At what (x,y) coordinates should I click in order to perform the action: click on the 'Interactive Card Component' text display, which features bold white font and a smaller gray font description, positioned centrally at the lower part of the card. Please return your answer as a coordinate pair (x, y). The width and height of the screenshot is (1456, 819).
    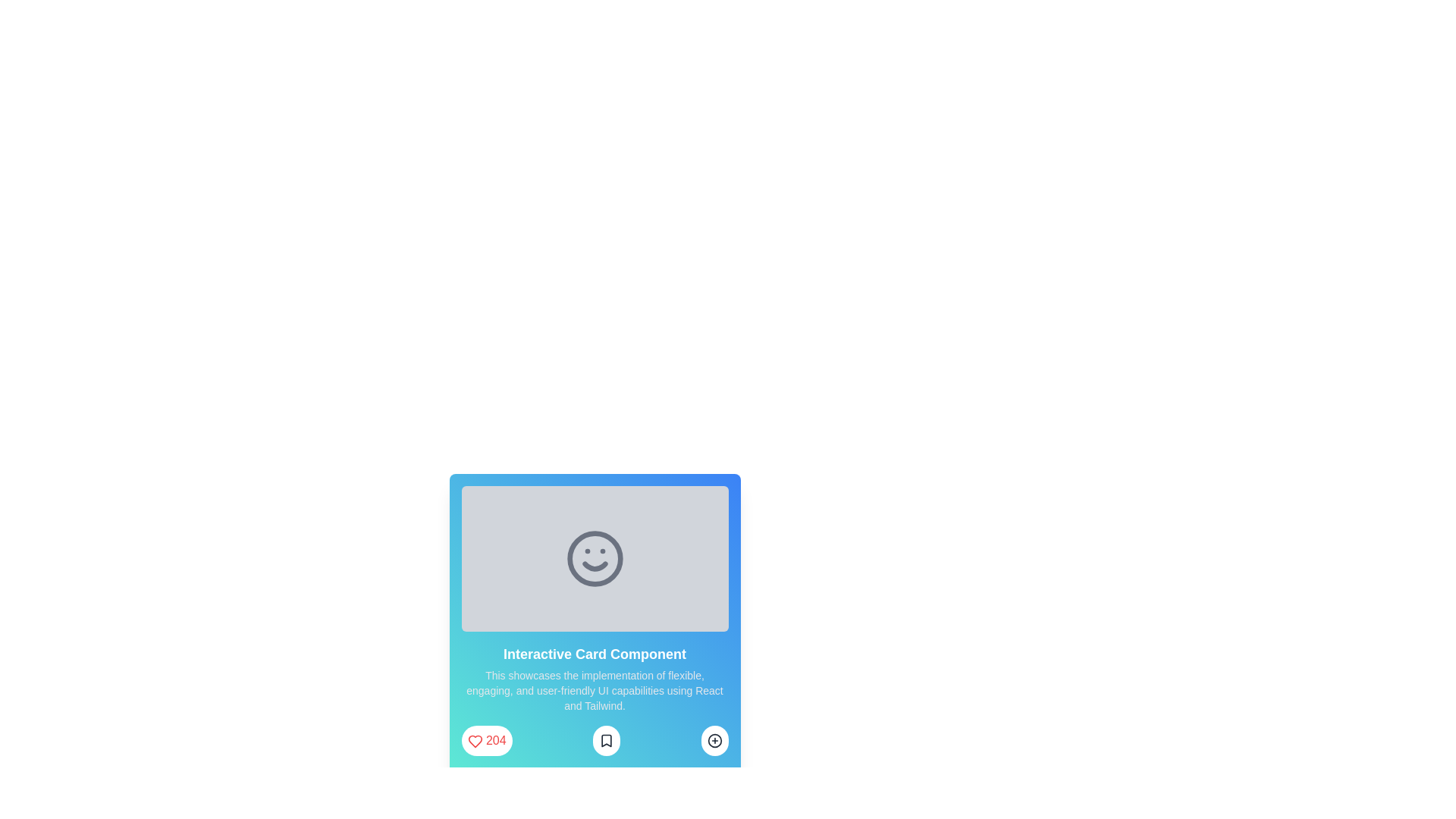
    Looking at the image, I should click on (594, 677).